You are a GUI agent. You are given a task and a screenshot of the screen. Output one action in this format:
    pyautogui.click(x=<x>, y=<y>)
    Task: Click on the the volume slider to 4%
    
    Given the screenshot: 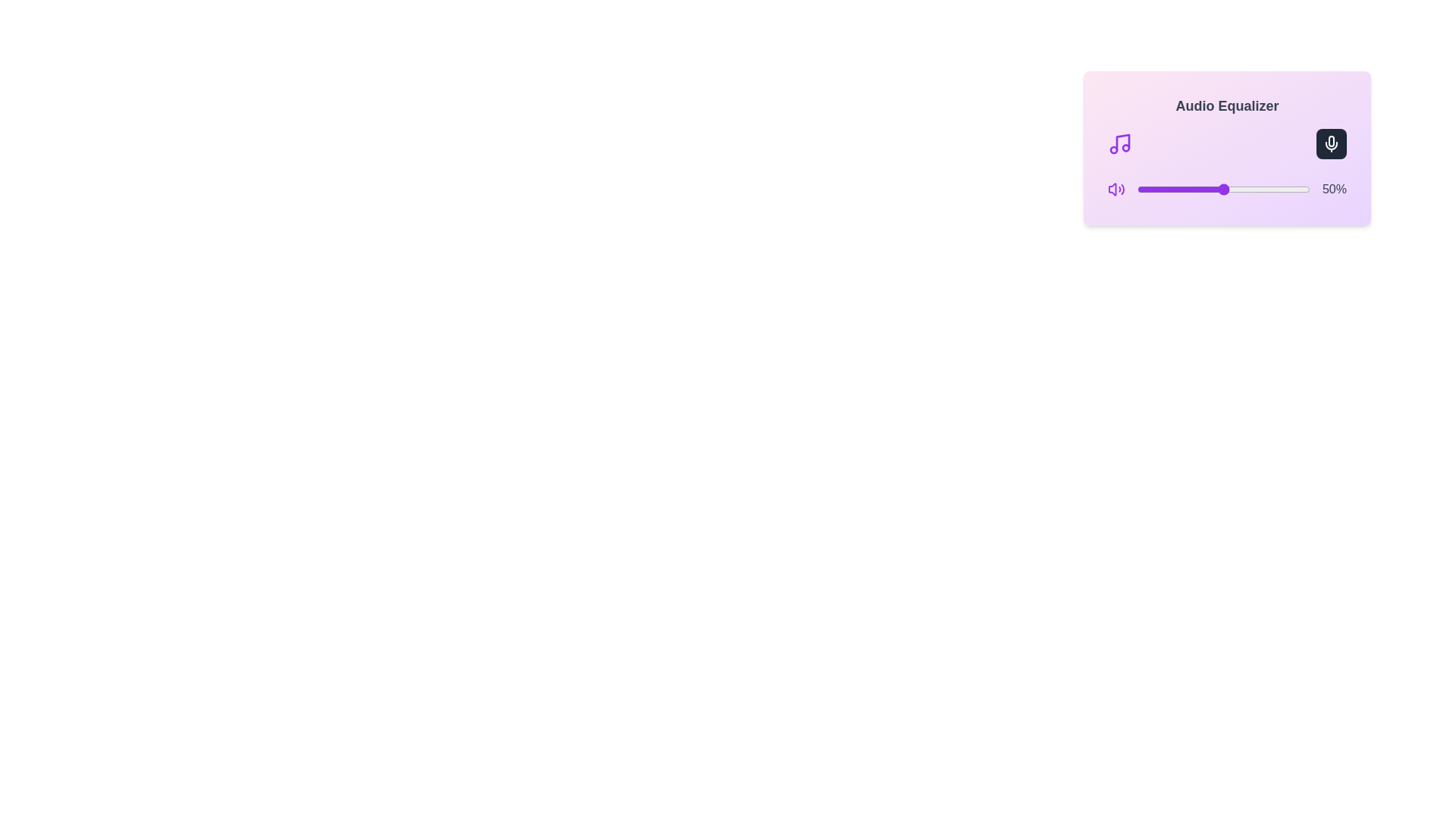 What is the action you would take?
    pyautogui.click(x=1144, y=189)
    